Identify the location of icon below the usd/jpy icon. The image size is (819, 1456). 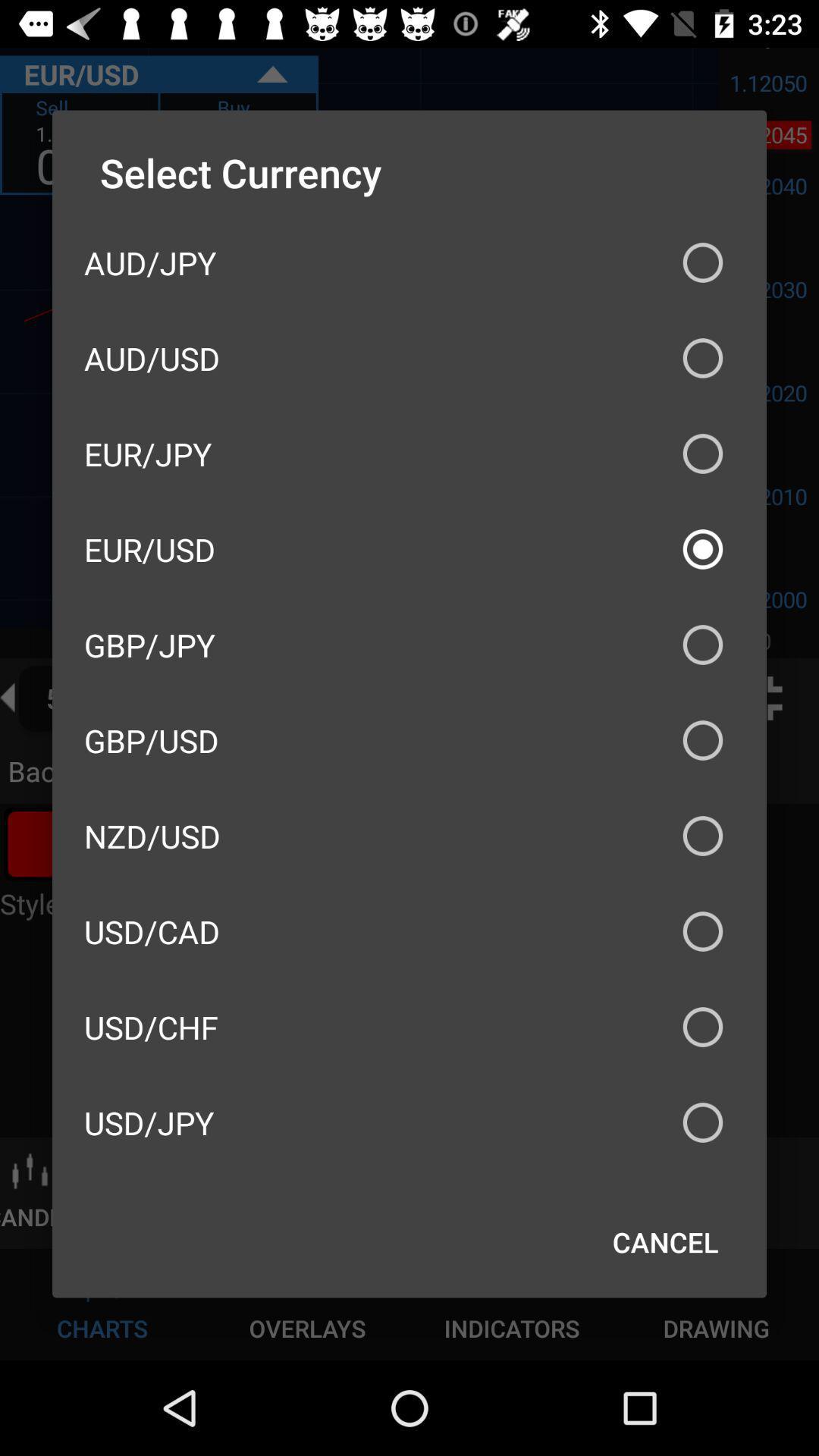
(664, 1241).